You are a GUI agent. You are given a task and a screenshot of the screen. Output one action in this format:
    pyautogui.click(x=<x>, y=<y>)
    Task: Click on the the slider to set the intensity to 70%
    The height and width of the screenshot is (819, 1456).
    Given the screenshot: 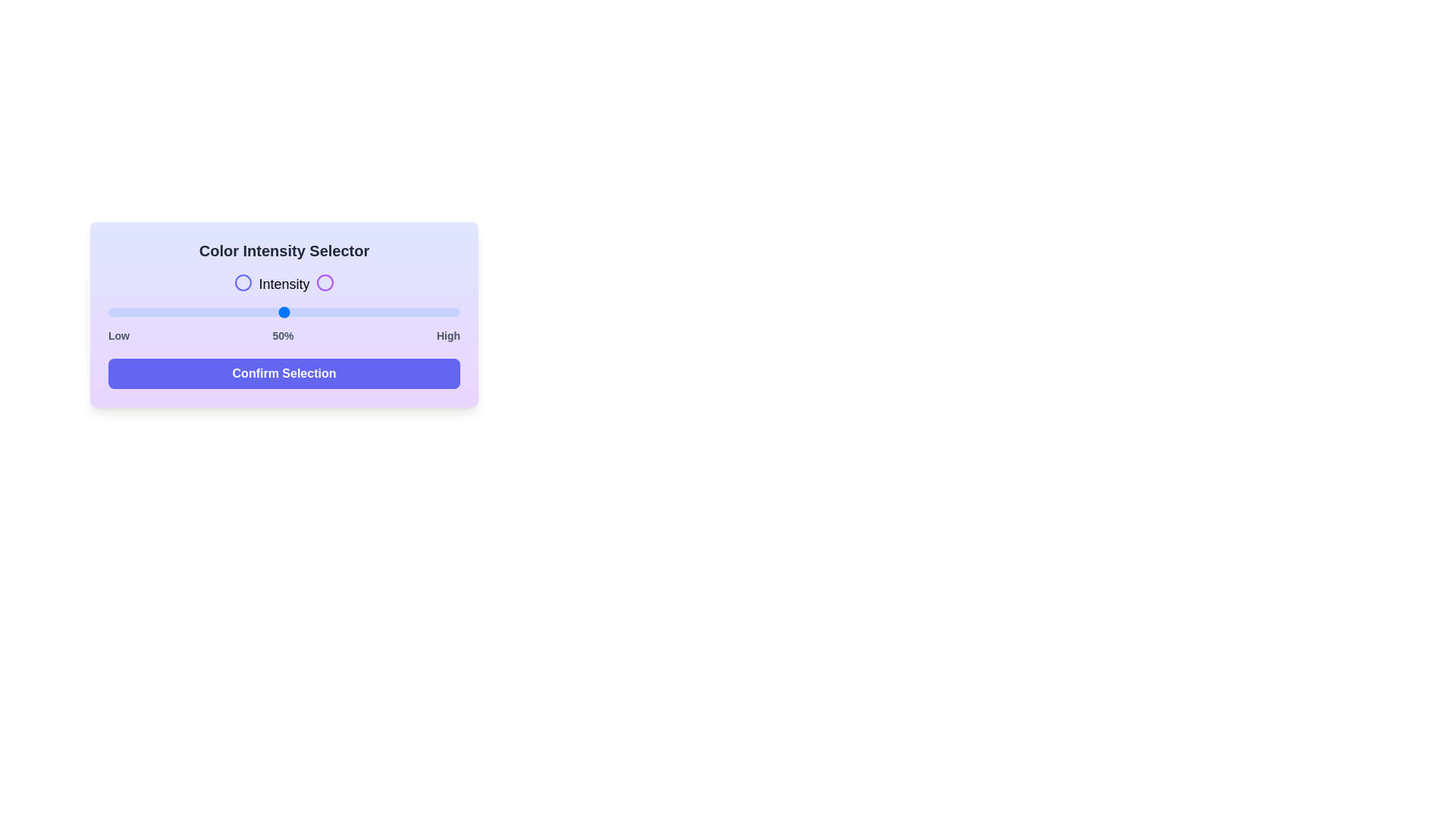 What is the action you would take?
    pyautogui.click(x=353, y=312)
    